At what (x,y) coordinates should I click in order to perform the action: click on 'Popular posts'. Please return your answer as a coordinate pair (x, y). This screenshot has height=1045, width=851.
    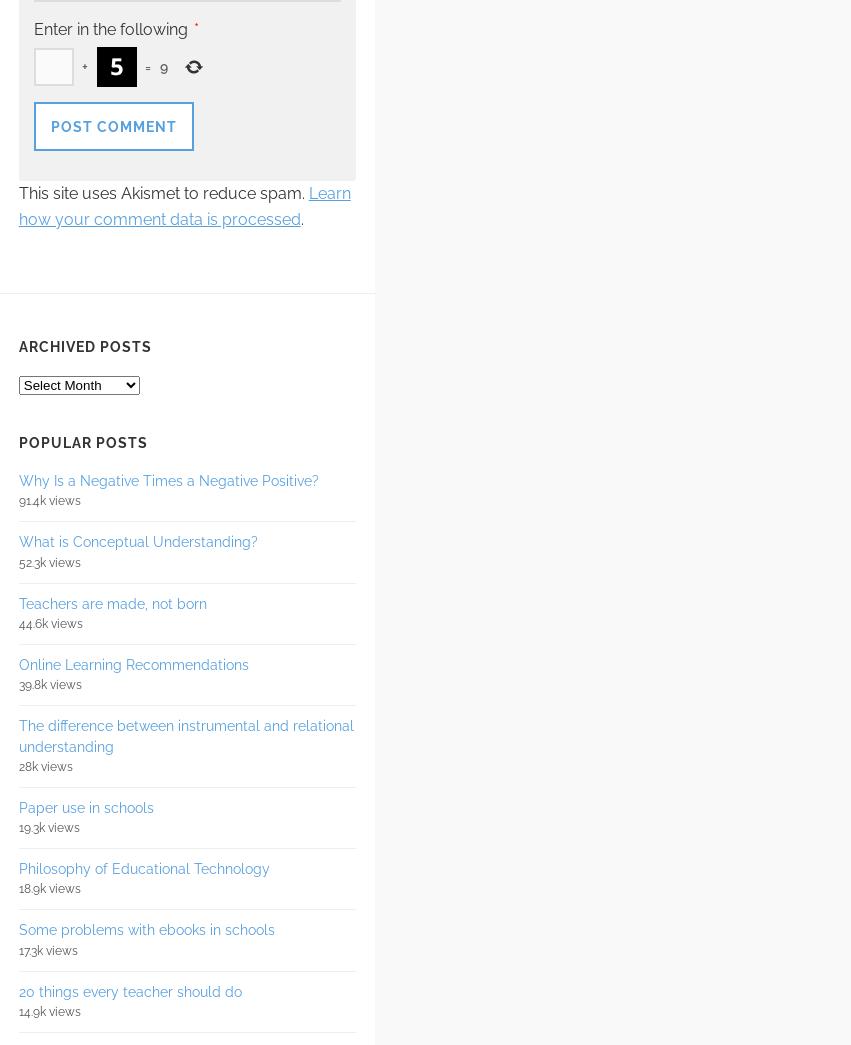
    Looking at the image, I should click on (17, 442).